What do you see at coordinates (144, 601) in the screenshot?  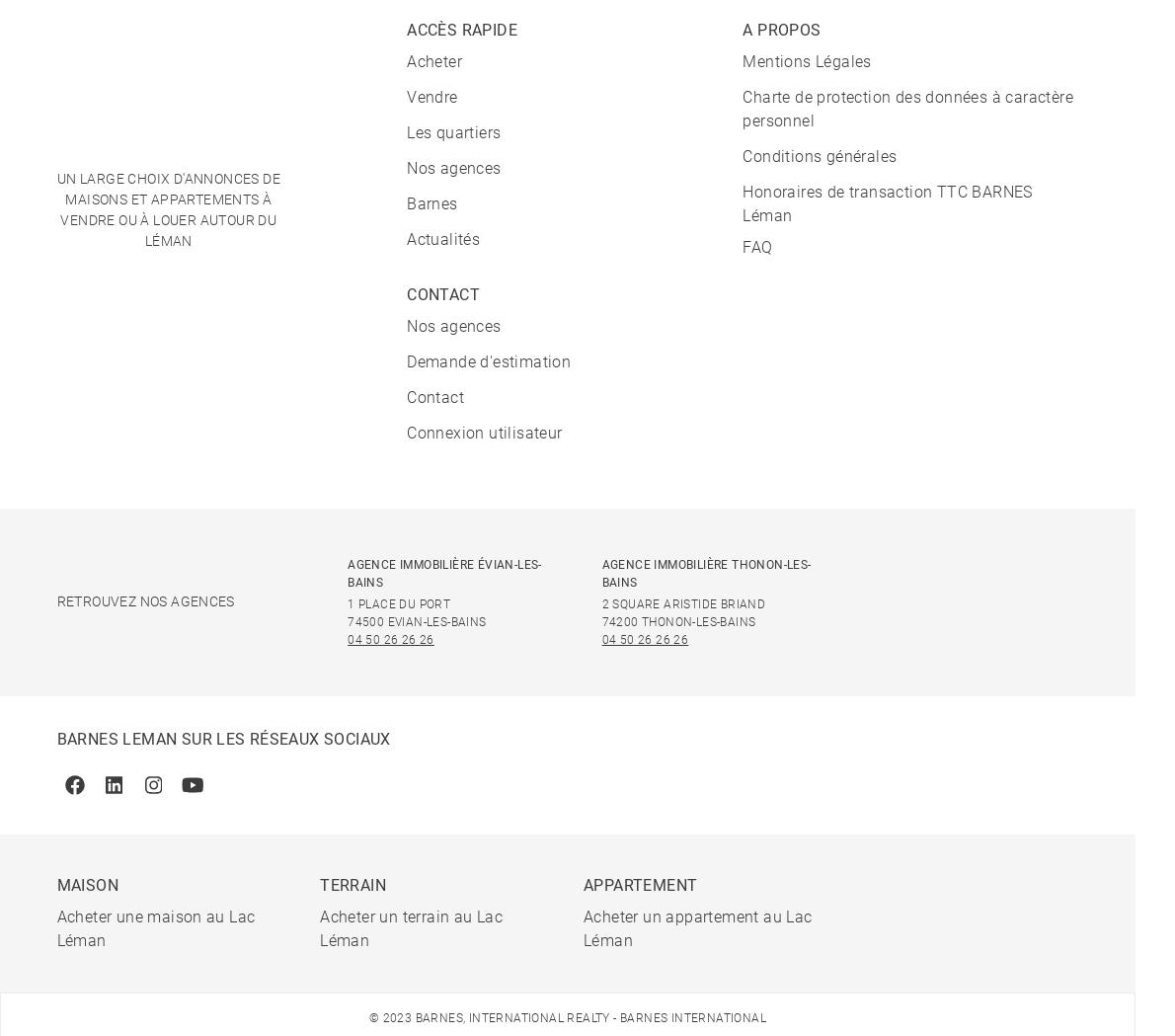 I see `'Retrouvez nos agences'` at bounding box center [144, 601].